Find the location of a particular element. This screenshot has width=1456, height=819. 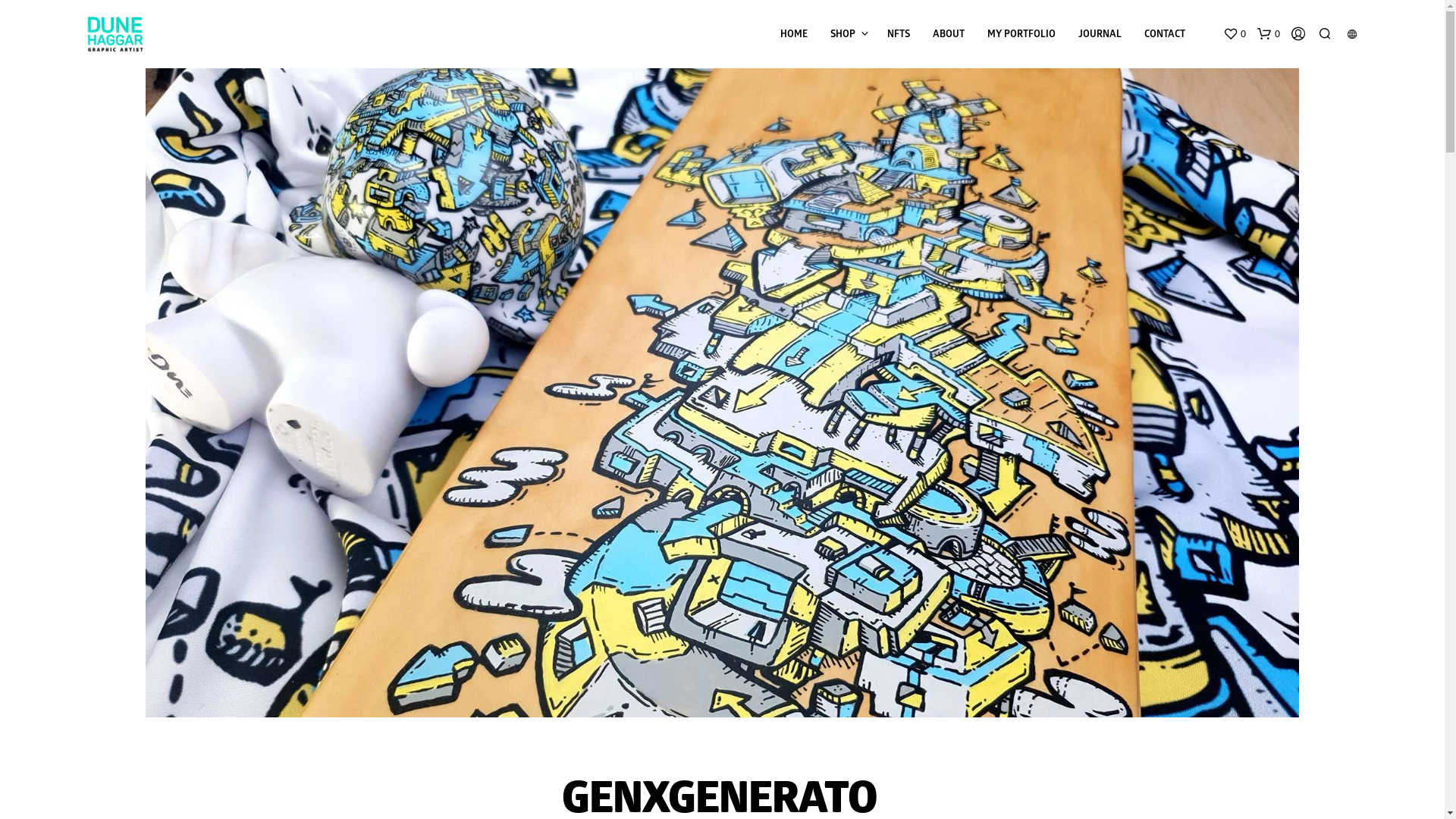

'0' is located at coordinates (1257, 34).